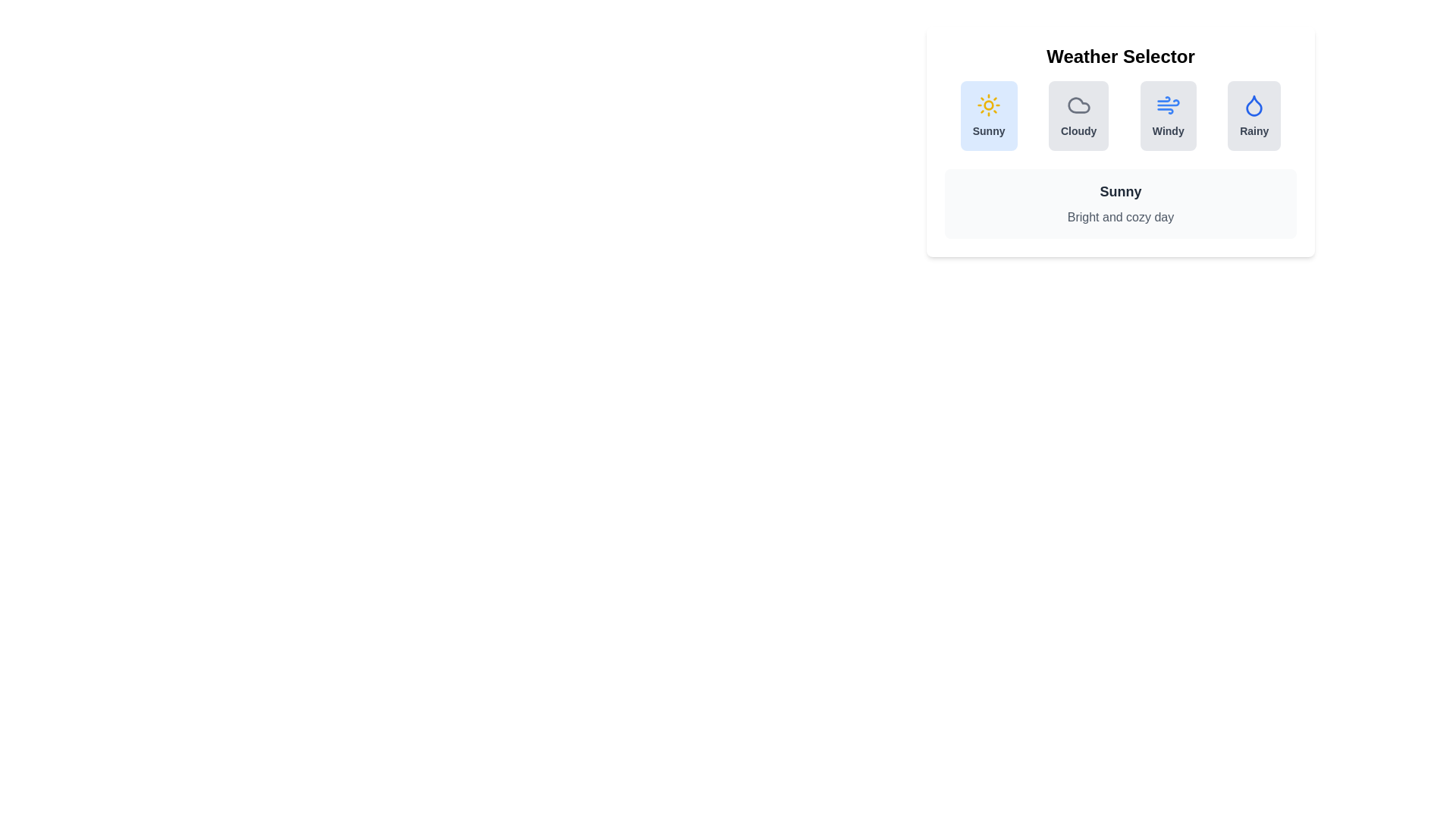 The width and height of the screenshot is (1456, 819). I want to click on the group of selectable buttons in the 'Weather Selector', so click(1121, 115).